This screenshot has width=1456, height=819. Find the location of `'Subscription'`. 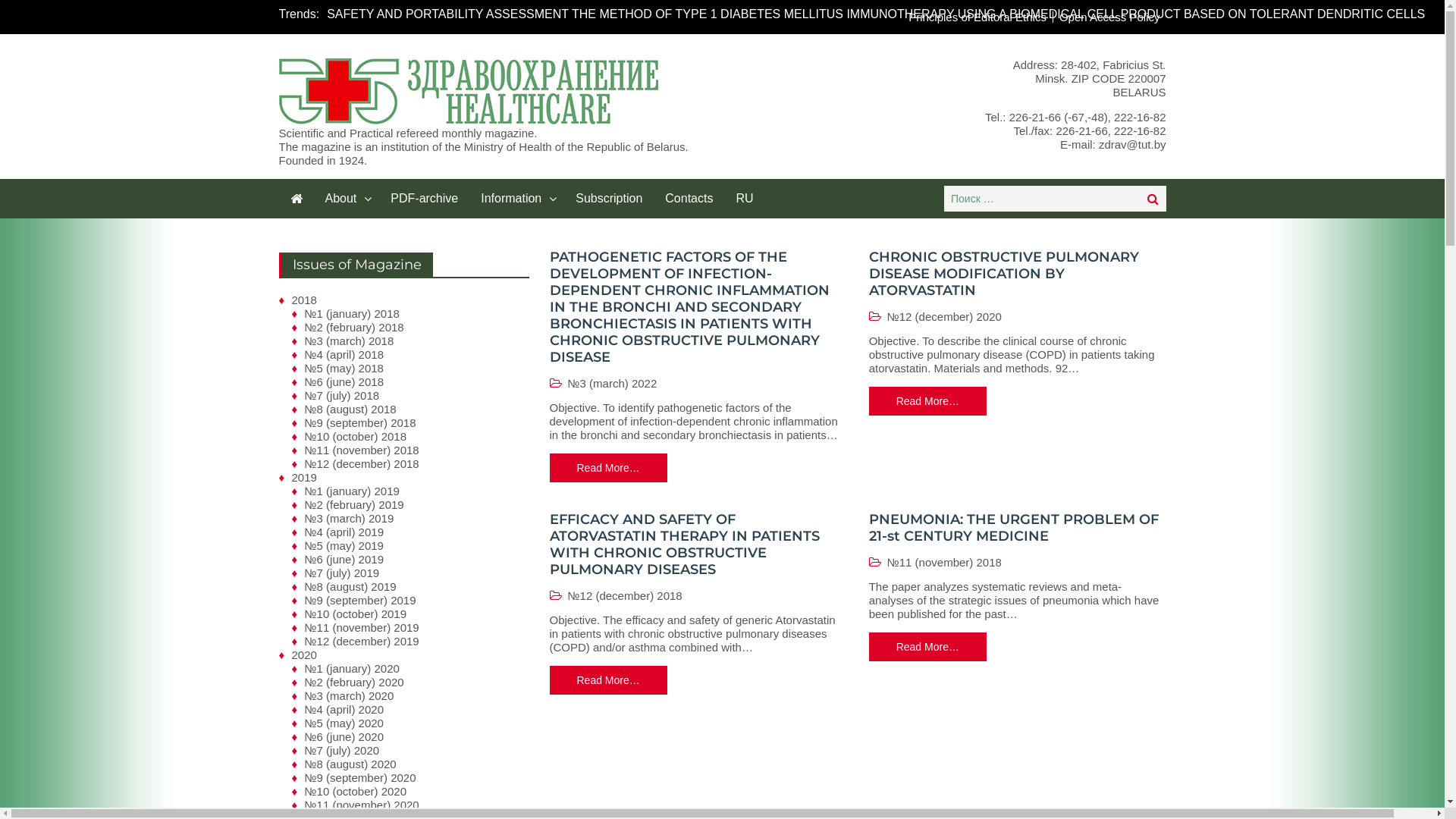

'Subscription' is located at coordinates (563, 198).